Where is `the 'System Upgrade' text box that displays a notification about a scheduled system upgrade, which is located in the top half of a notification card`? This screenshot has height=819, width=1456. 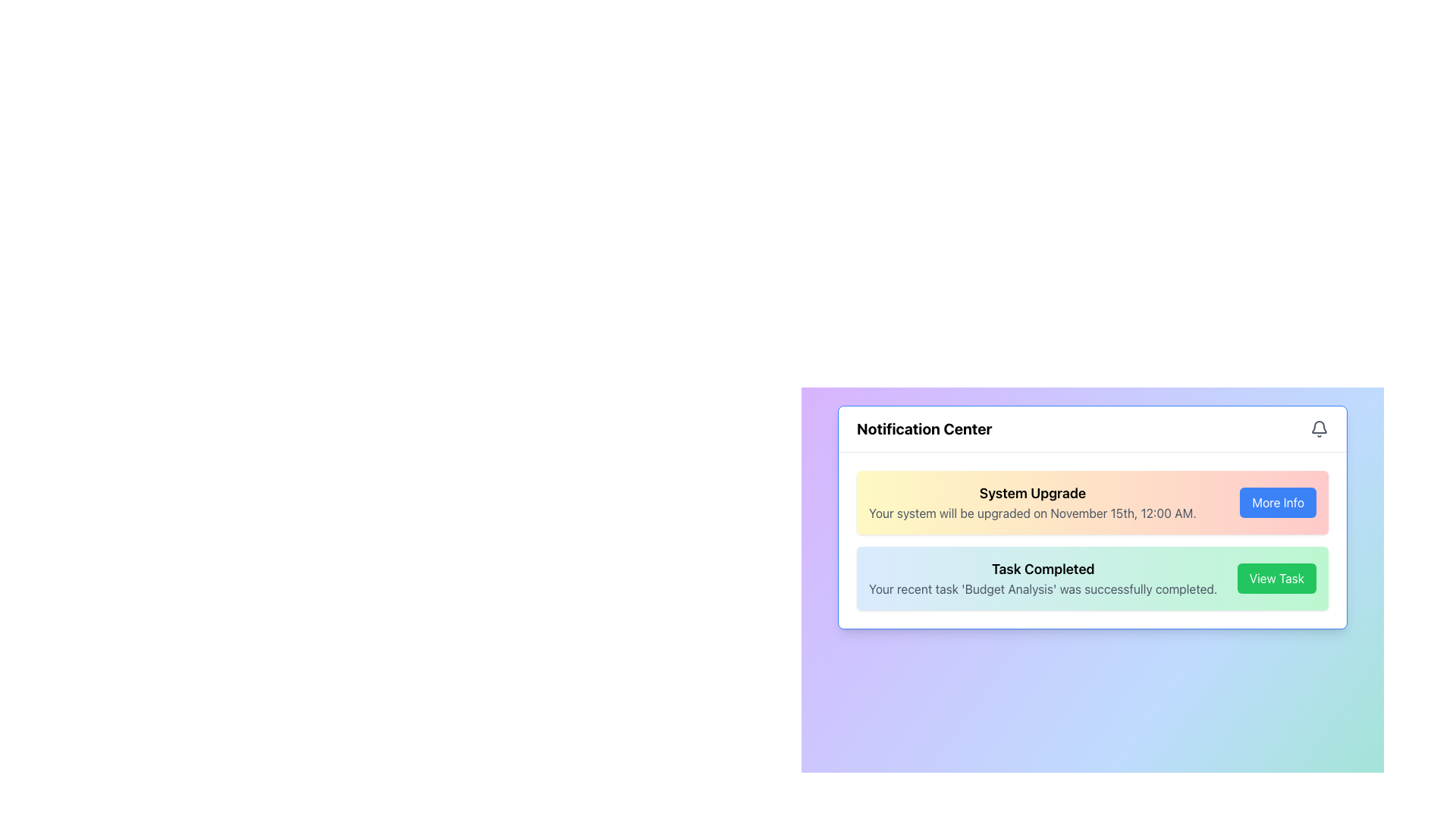
the 'System Upgrade' text box that displays a notification about a scheduled system upgrade, which is located in the top half of a notification card is located at coordinates (1031, 503).